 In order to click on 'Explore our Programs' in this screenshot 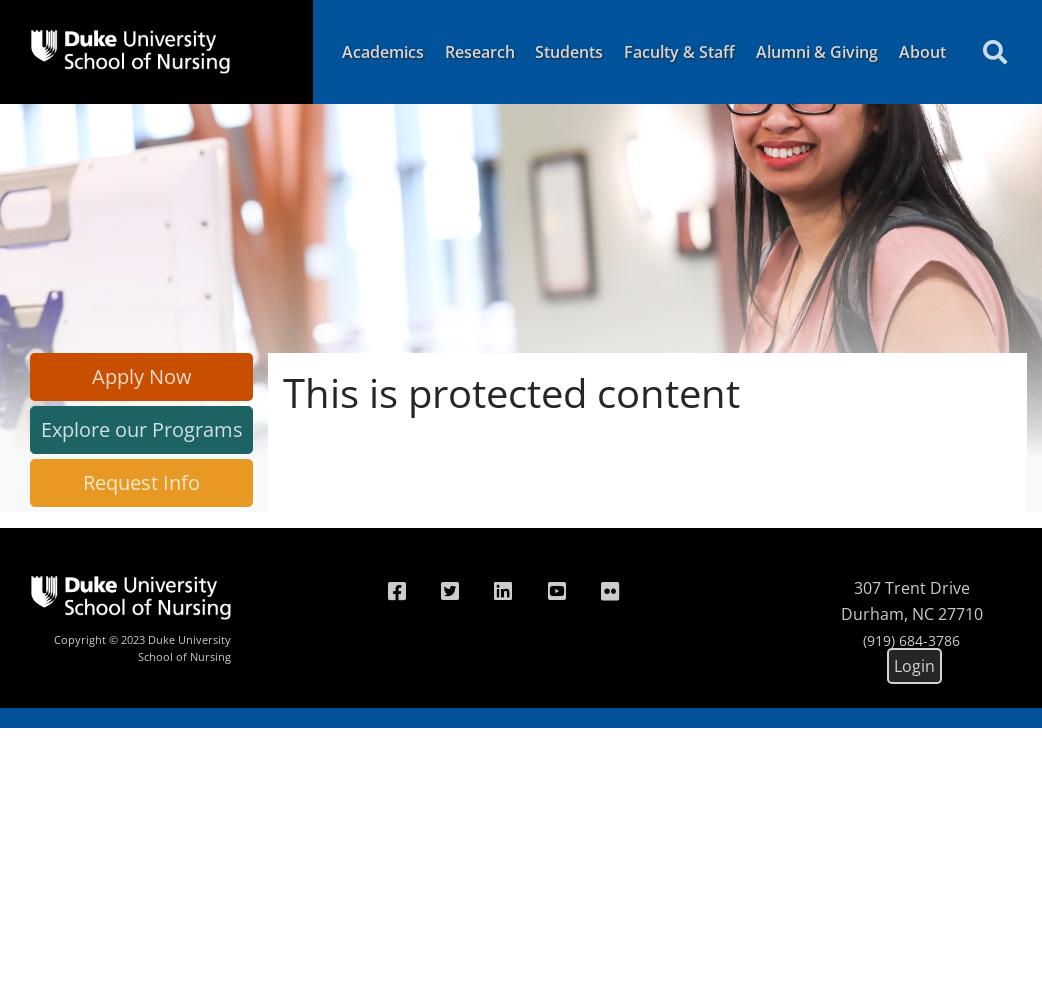, I will do `click(140, 429)`.